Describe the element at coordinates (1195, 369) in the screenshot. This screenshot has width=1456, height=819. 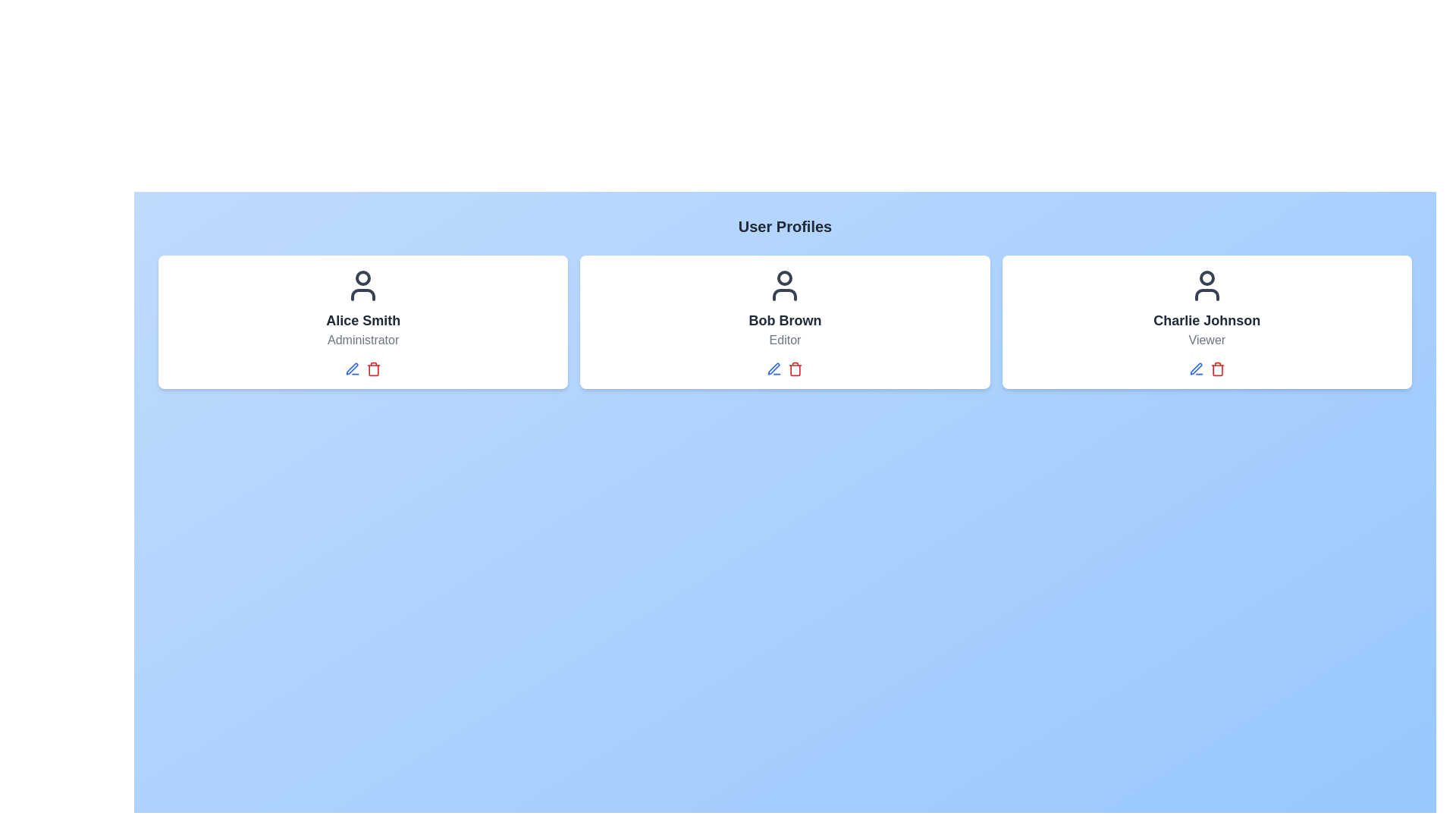
I see `the blue-themed pencil icon button used for editing functionalities located in the third user card from the left, adjacent to the red trash bin icon` at that location.